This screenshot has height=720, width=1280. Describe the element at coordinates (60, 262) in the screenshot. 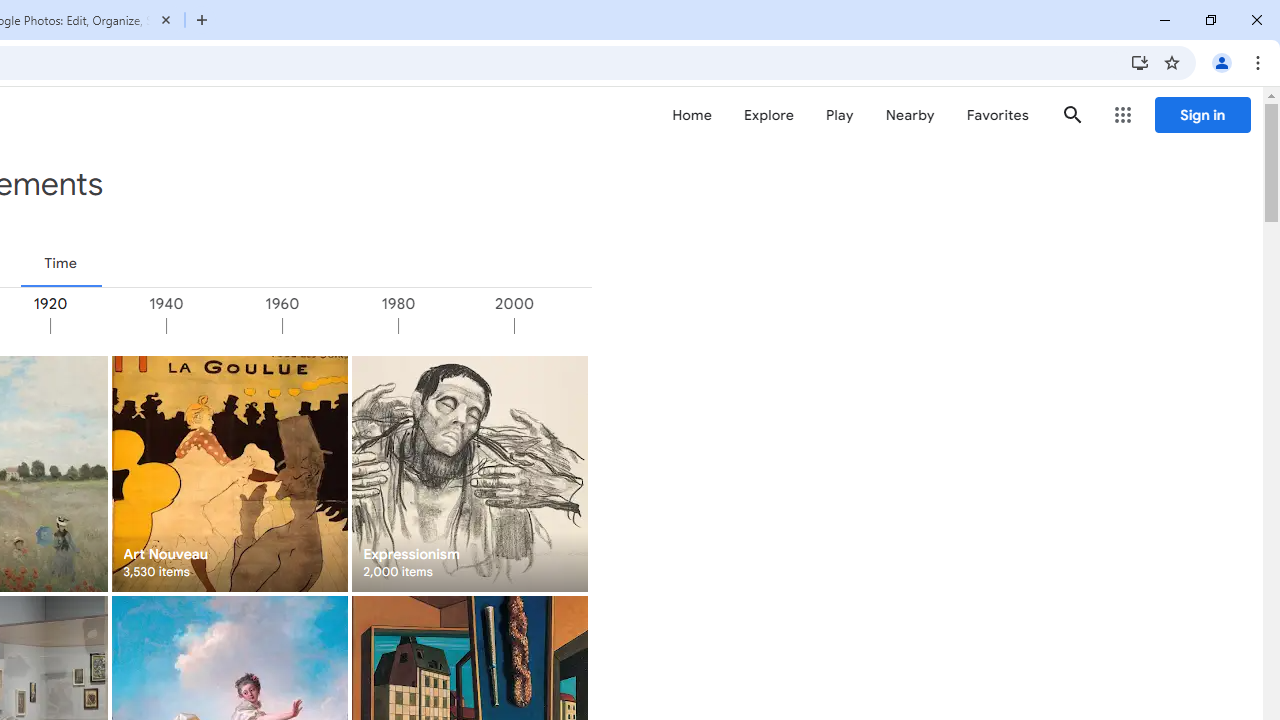

I see `'Time'` at that location.